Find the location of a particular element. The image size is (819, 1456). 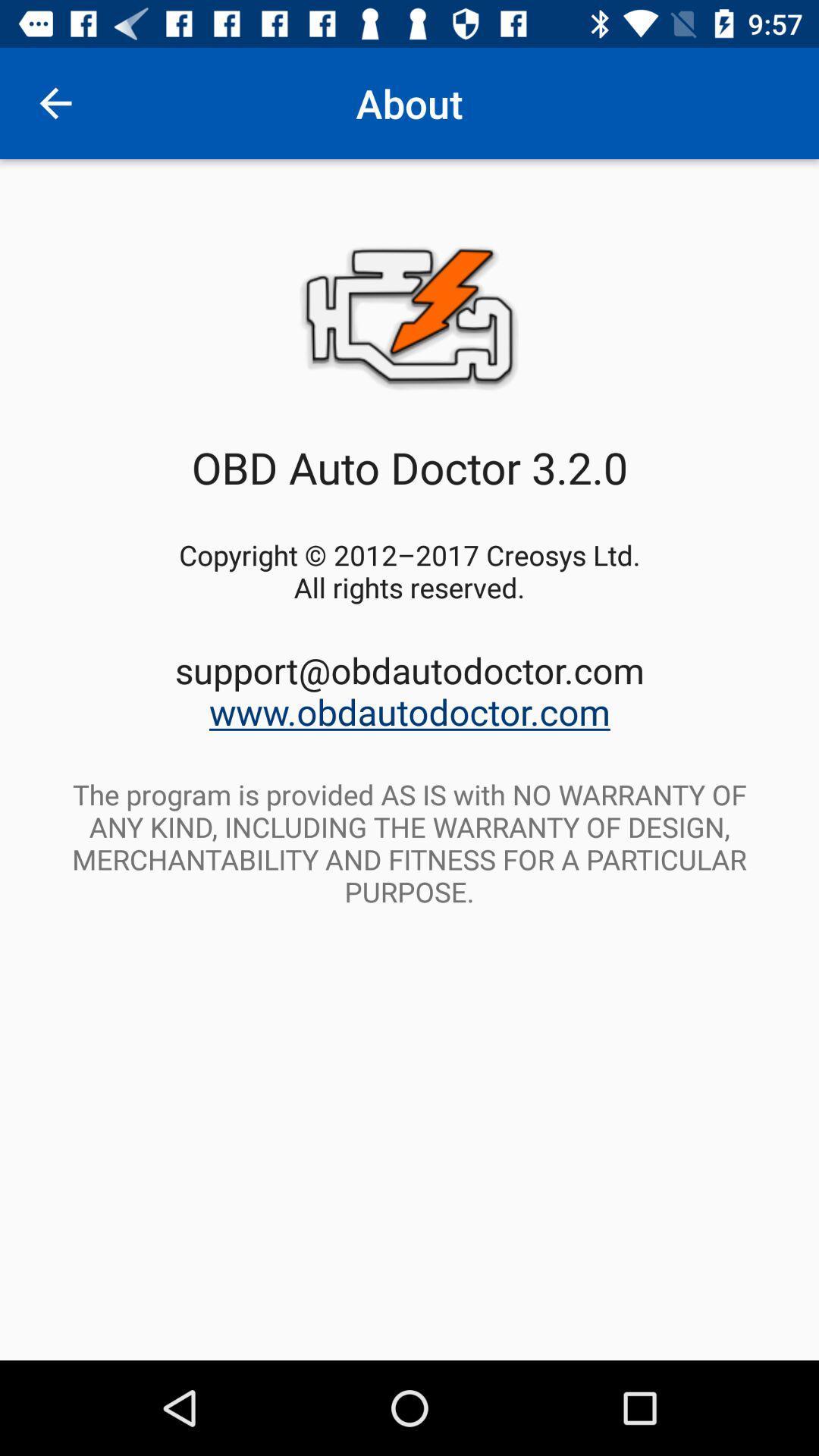

icon above obd auto doctor item is located at coordinates (55, 102).